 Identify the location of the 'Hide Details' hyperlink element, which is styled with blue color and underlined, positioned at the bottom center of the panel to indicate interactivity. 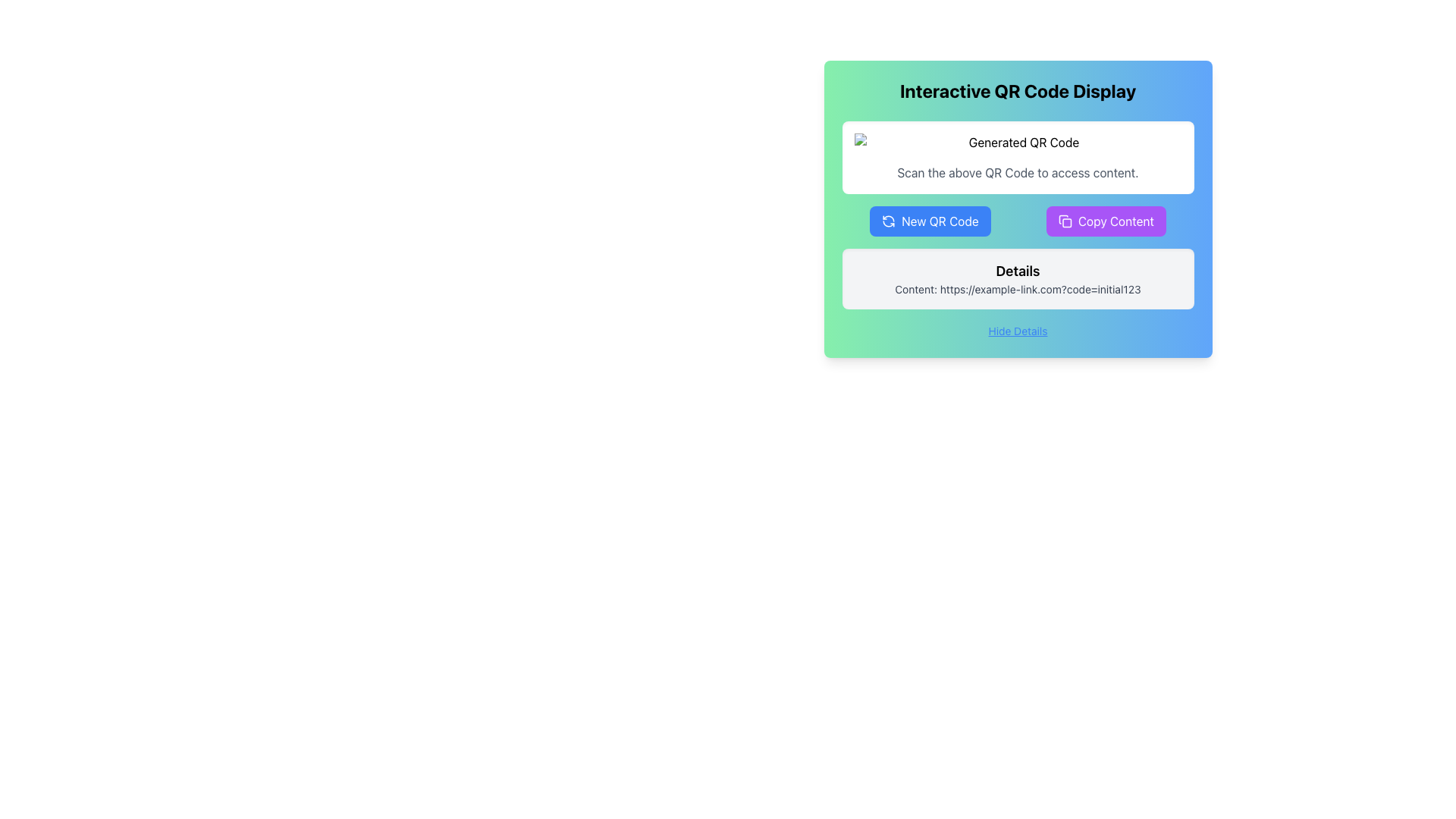
(1018, 330).